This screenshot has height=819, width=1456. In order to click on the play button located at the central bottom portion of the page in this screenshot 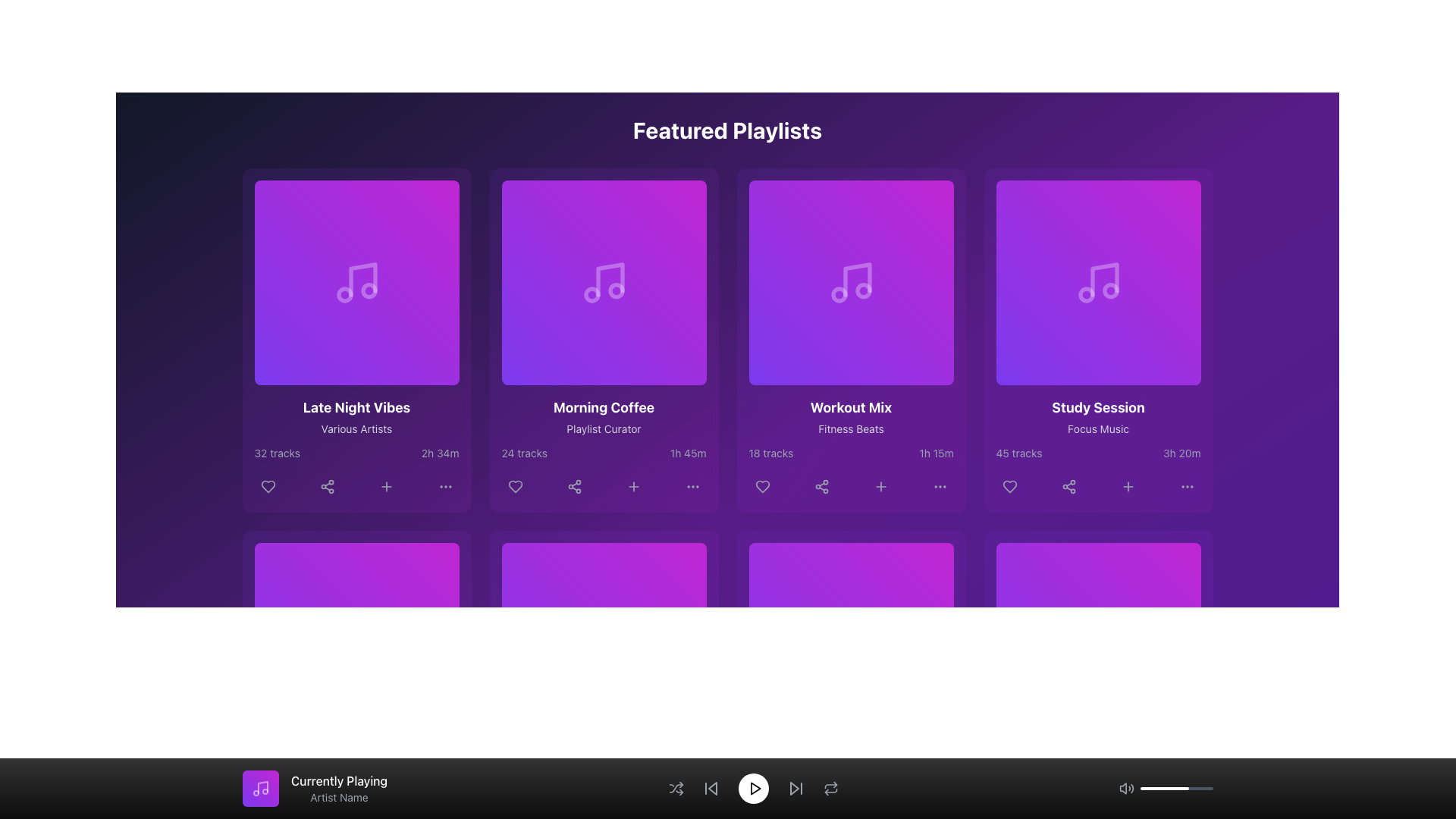, I will do `click(358, 645)`.